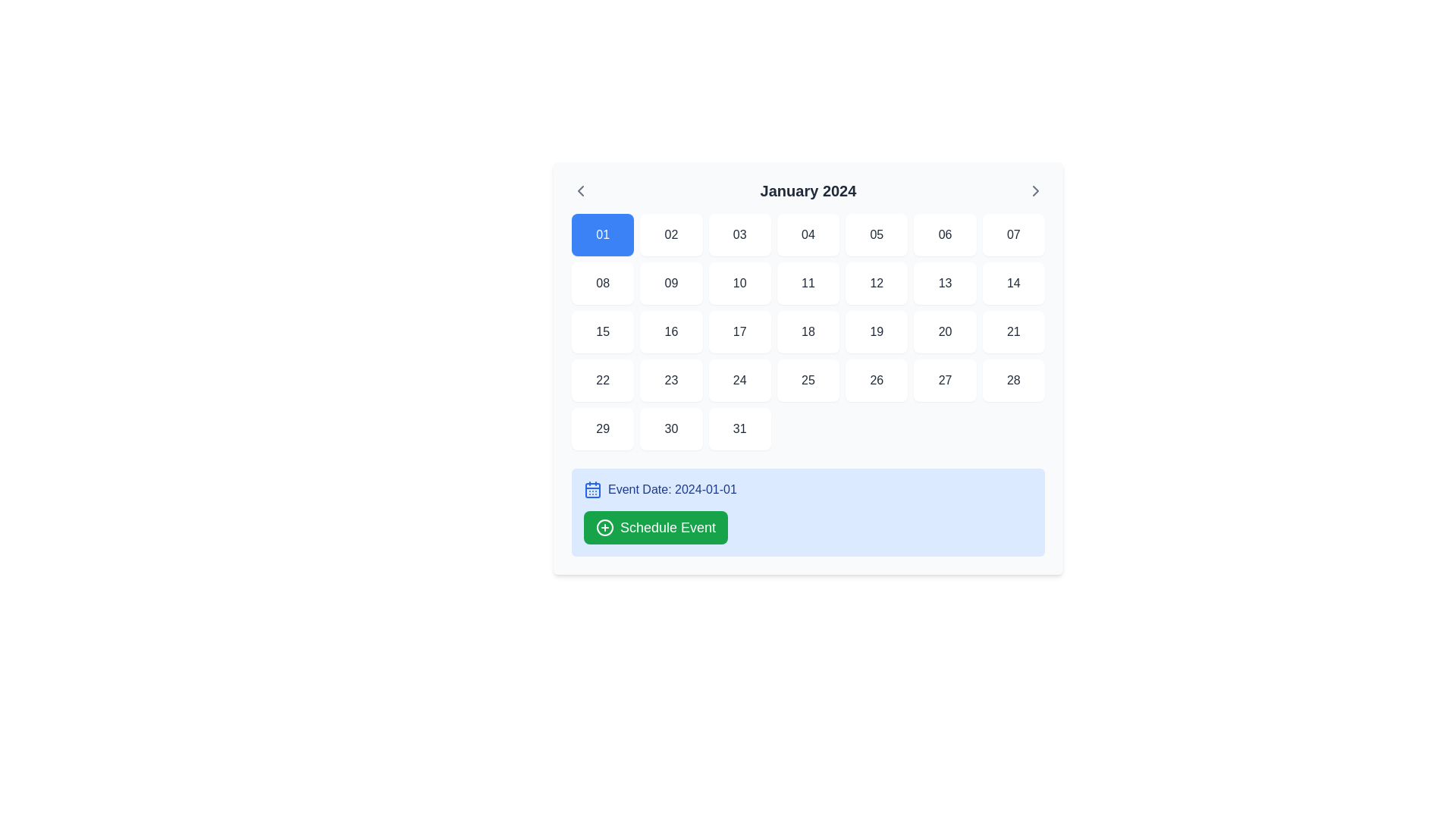 This screenshot has width=1456, height=819. What do you see at coordinates (877, 379) in the screenshot?
I see `the rectangular button displaying the number '26' to observe potential hover effects` at bounding box center [877, 379].